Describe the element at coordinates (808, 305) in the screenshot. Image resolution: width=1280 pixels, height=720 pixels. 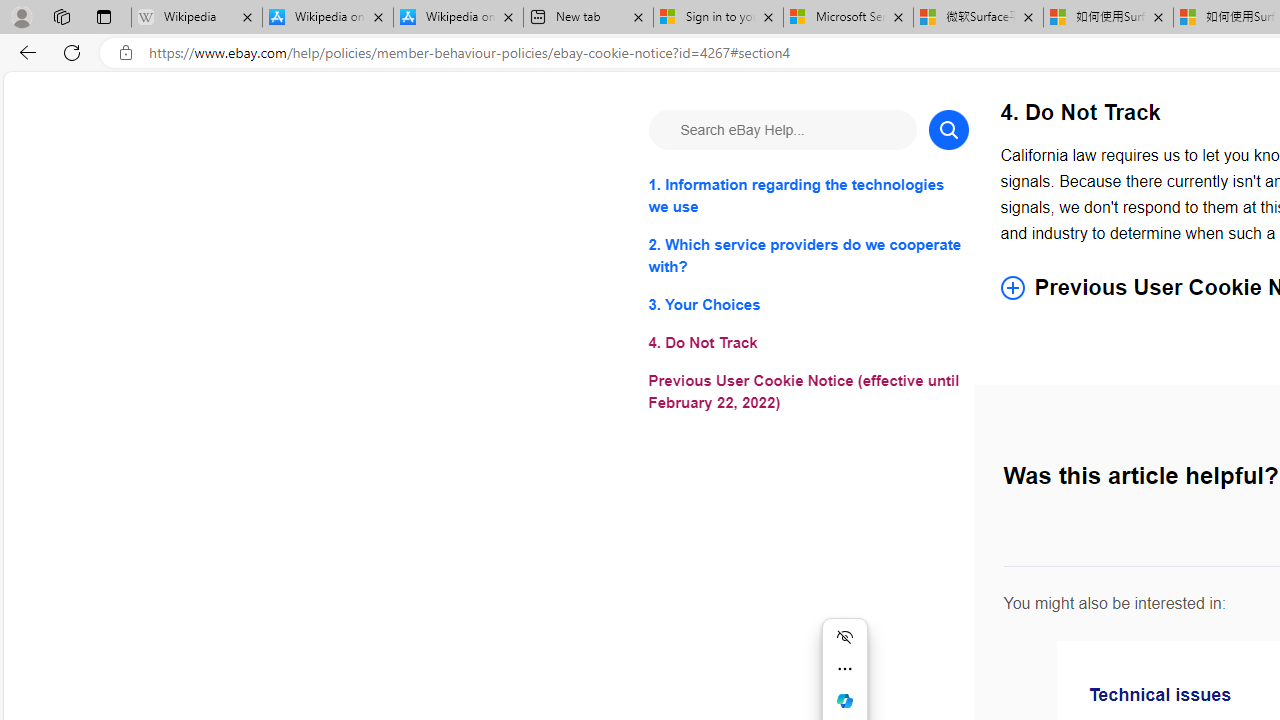
I see `'3. Your Choices'` at that location.